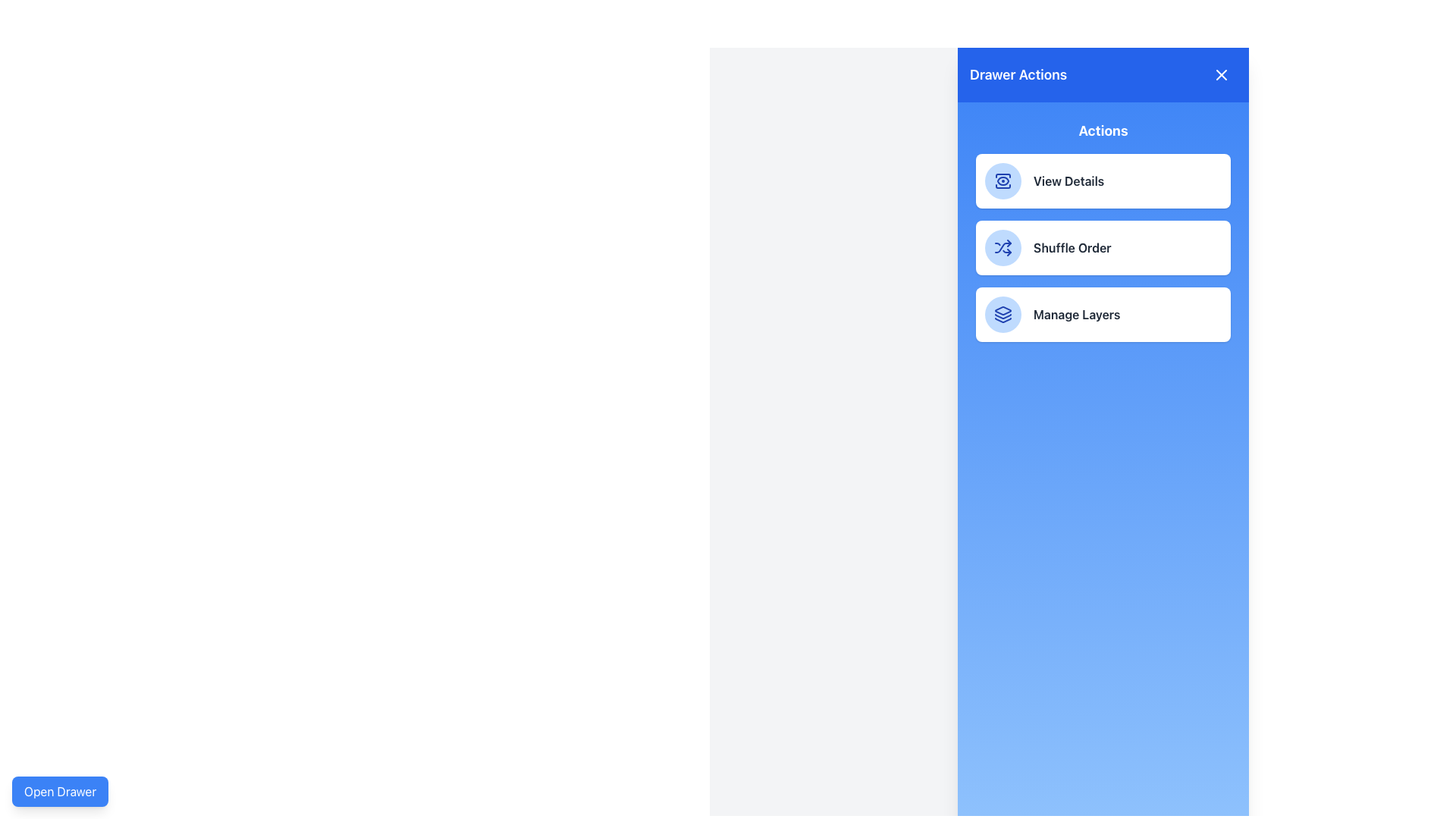 This screenshot has width=1456, height=819. I want to click on the icon-based button for 'Manage Layers' located to the left of the corresponding text, so click(1003, 314).